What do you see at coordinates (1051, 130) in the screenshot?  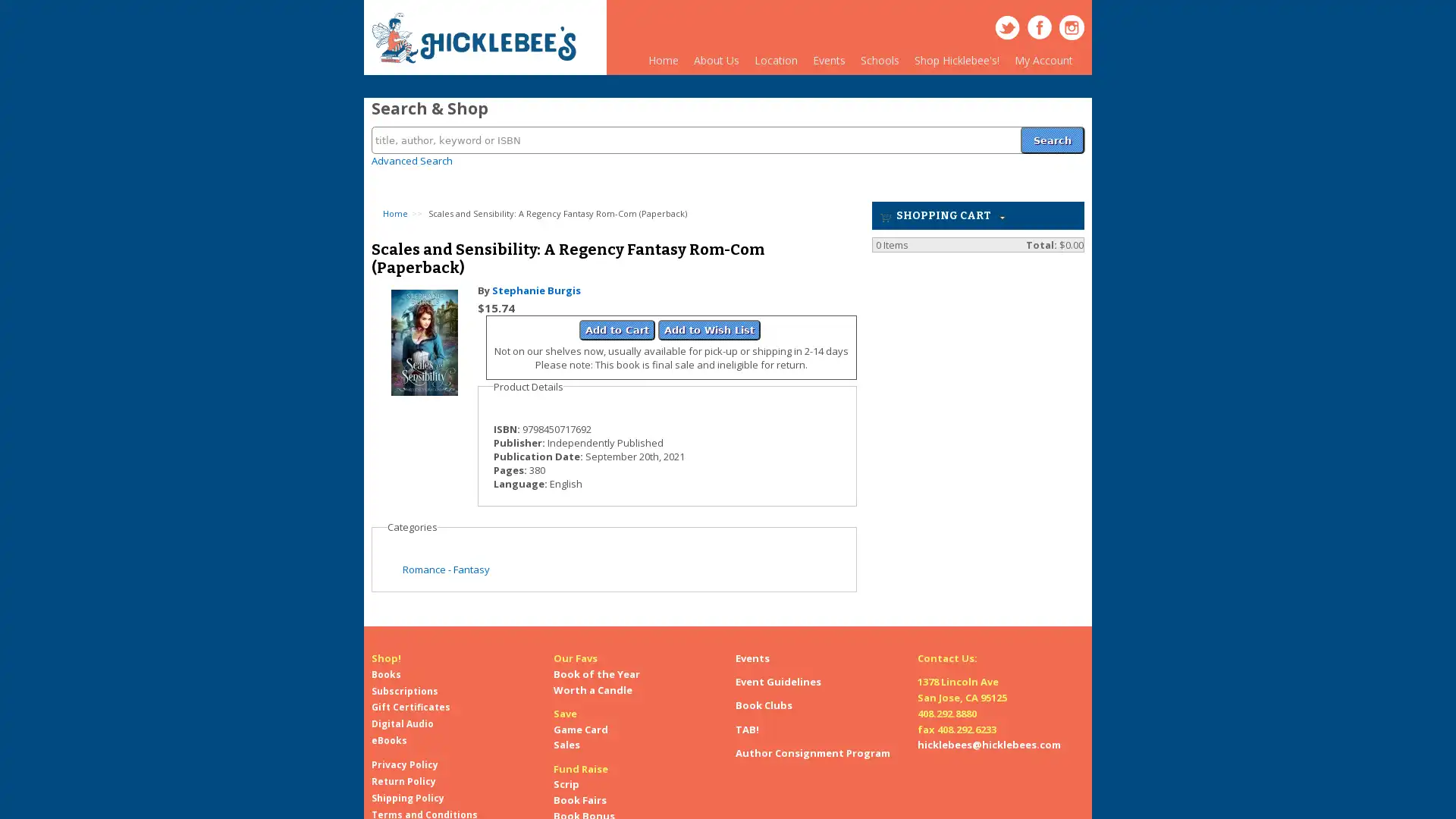 I see `Search` at bounding box center [1051, 130].